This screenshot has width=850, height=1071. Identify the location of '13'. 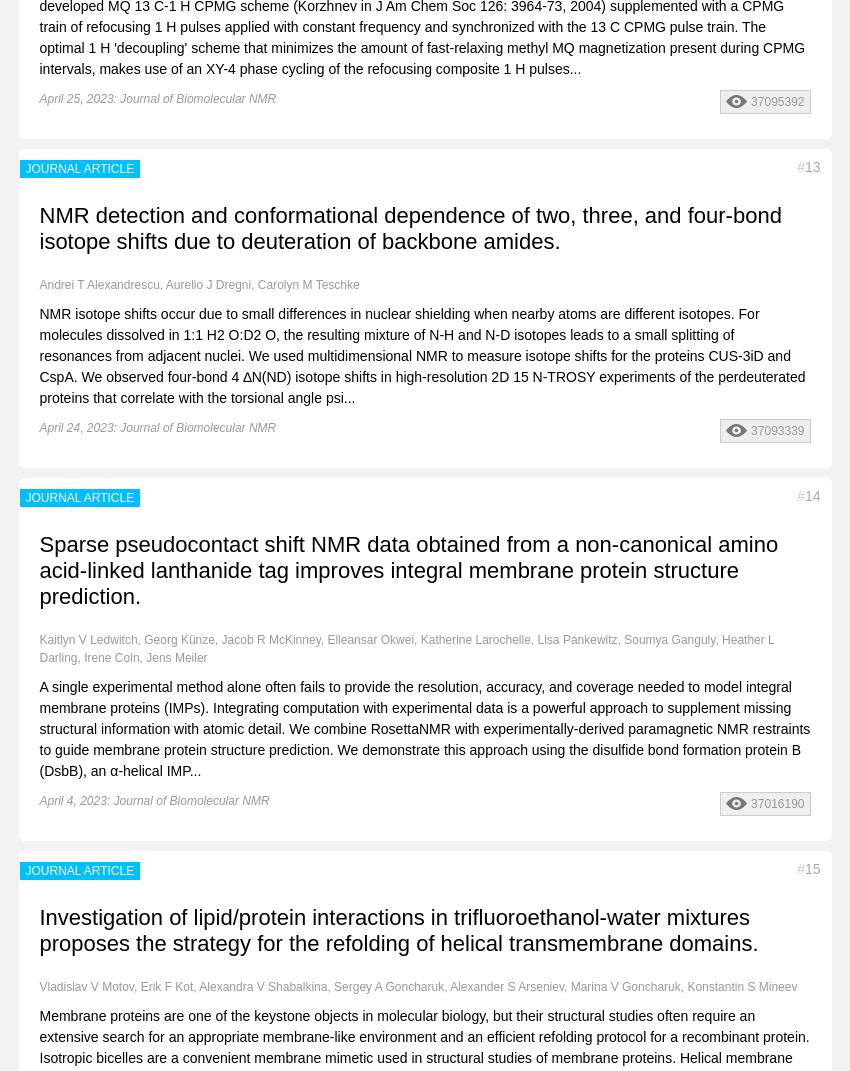
(812, 165).